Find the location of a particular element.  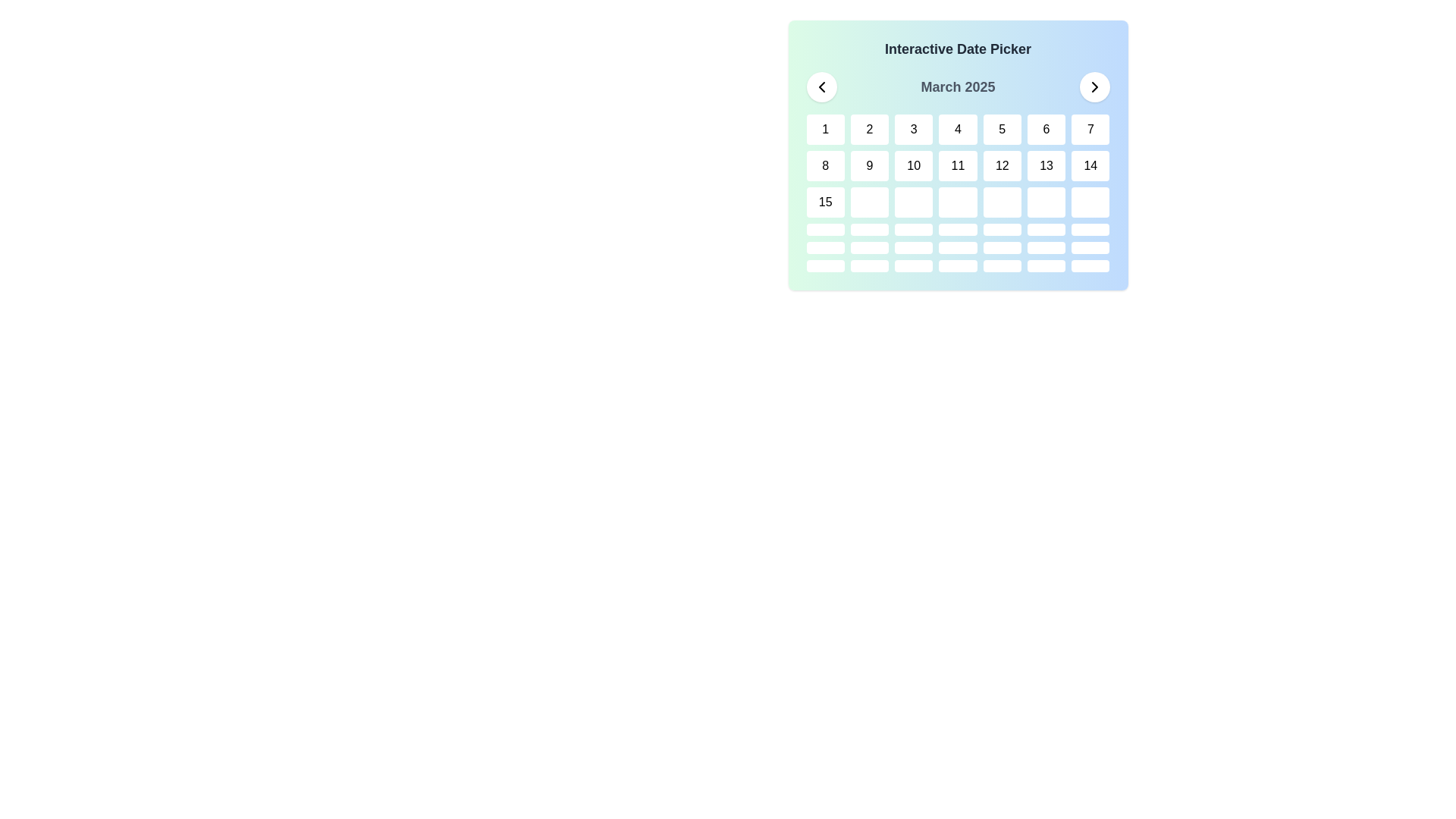

the interactive date selection button located is located at coordinates (1046, 247).